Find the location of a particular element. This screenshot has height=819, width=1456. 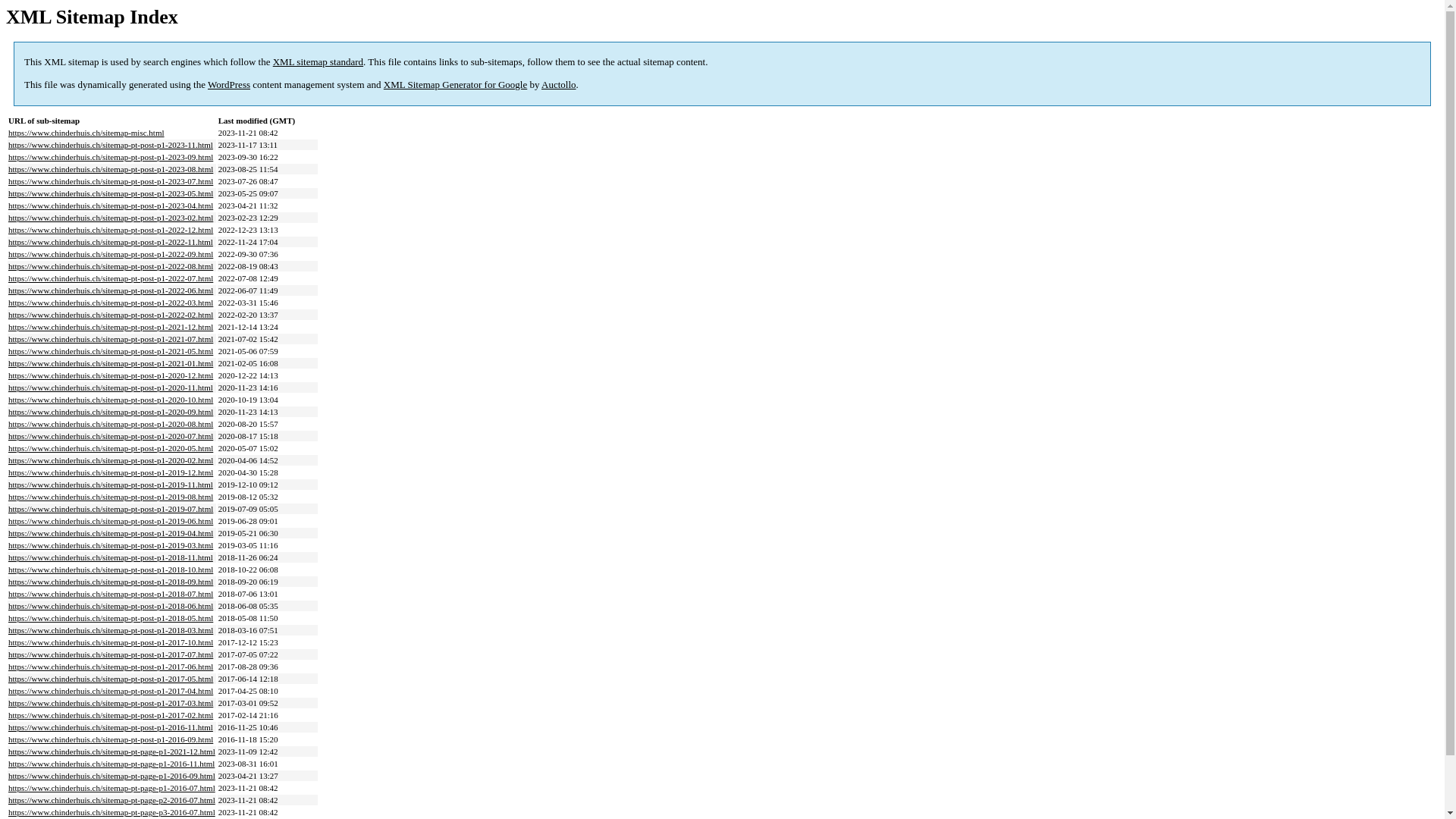

'https://www.chinderhuis.ch/sitemap-pt-page-p1-2016-09.html' is located at coordinates (111, 775).